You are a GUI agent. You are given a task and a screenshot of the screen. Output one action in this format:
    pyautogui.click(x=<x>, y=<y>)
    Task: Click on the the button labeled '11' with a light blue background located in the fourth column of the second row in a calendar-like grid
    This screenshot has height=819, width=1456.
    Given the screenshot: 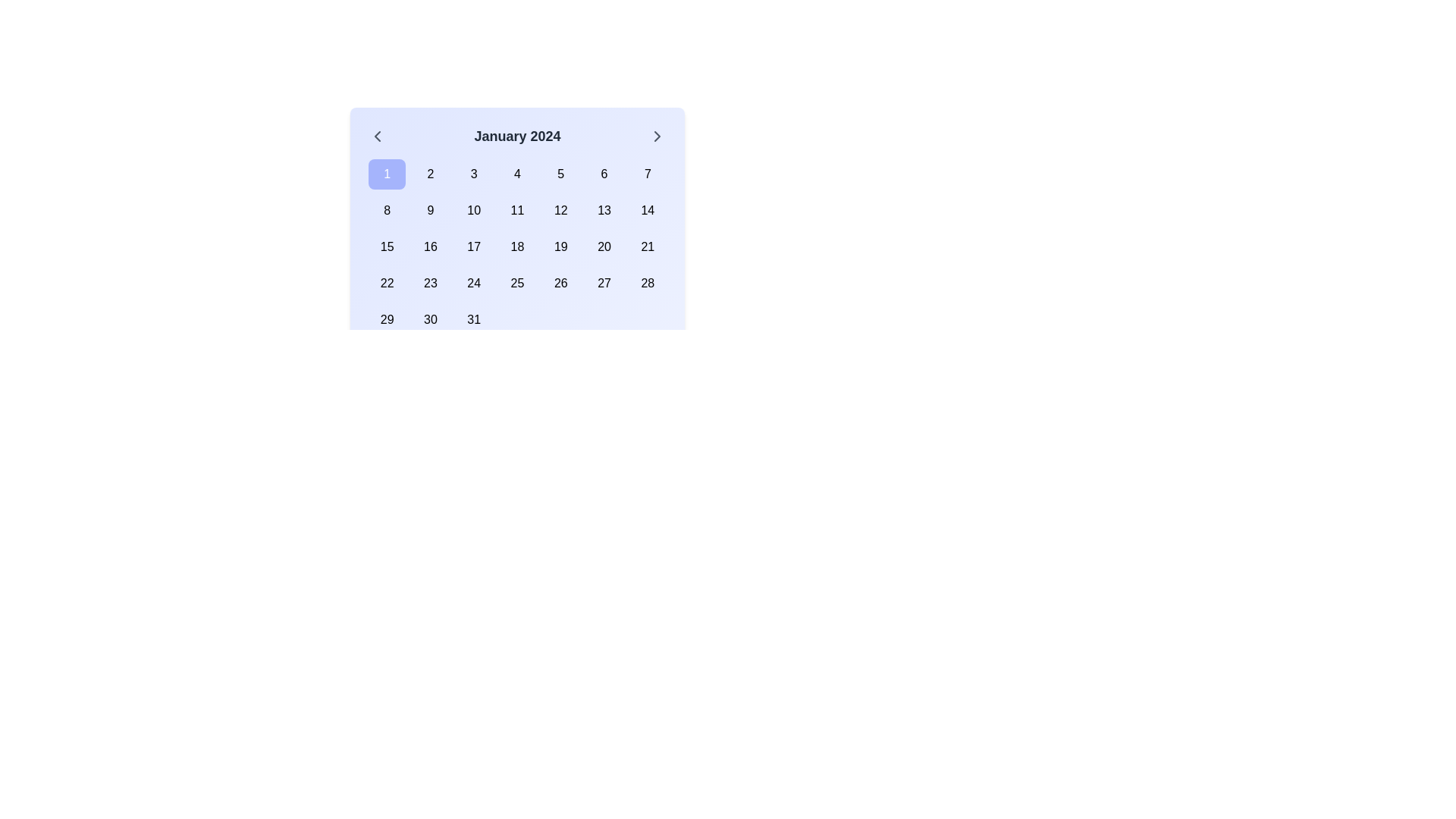 What is the action you would take?
    pyautogui.click(x=517, y=210)
    